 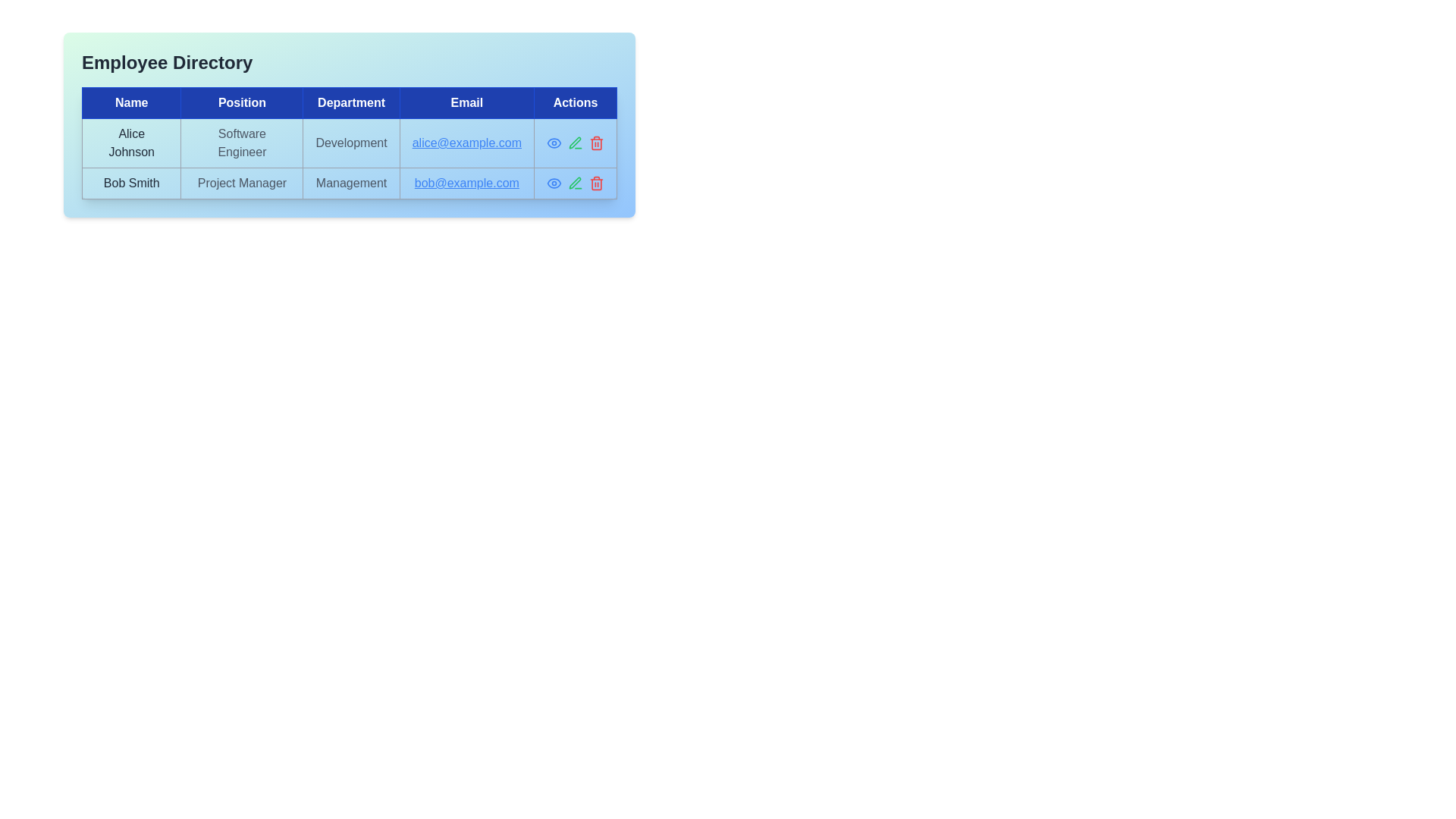 I want to click on the icon in the 'Actions' column of the second row of the table, so click(x=553, y=143).